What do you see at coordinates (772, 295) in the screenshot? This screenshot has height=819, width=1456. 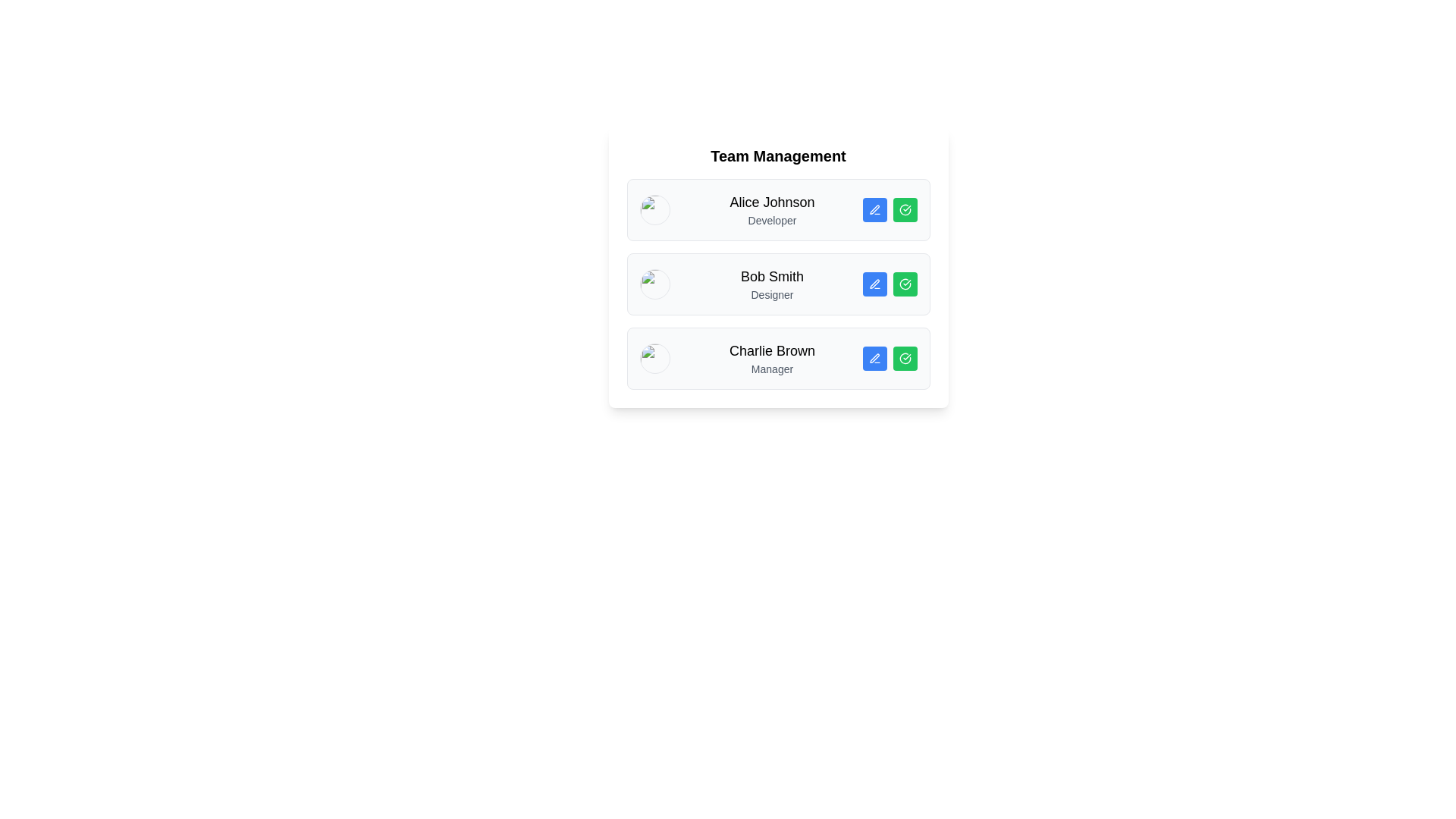 I see `the text label indicating the role 'Designer' for 'Bob Smith', which is positioned below the name within its card` at bounding box center [772, 295].